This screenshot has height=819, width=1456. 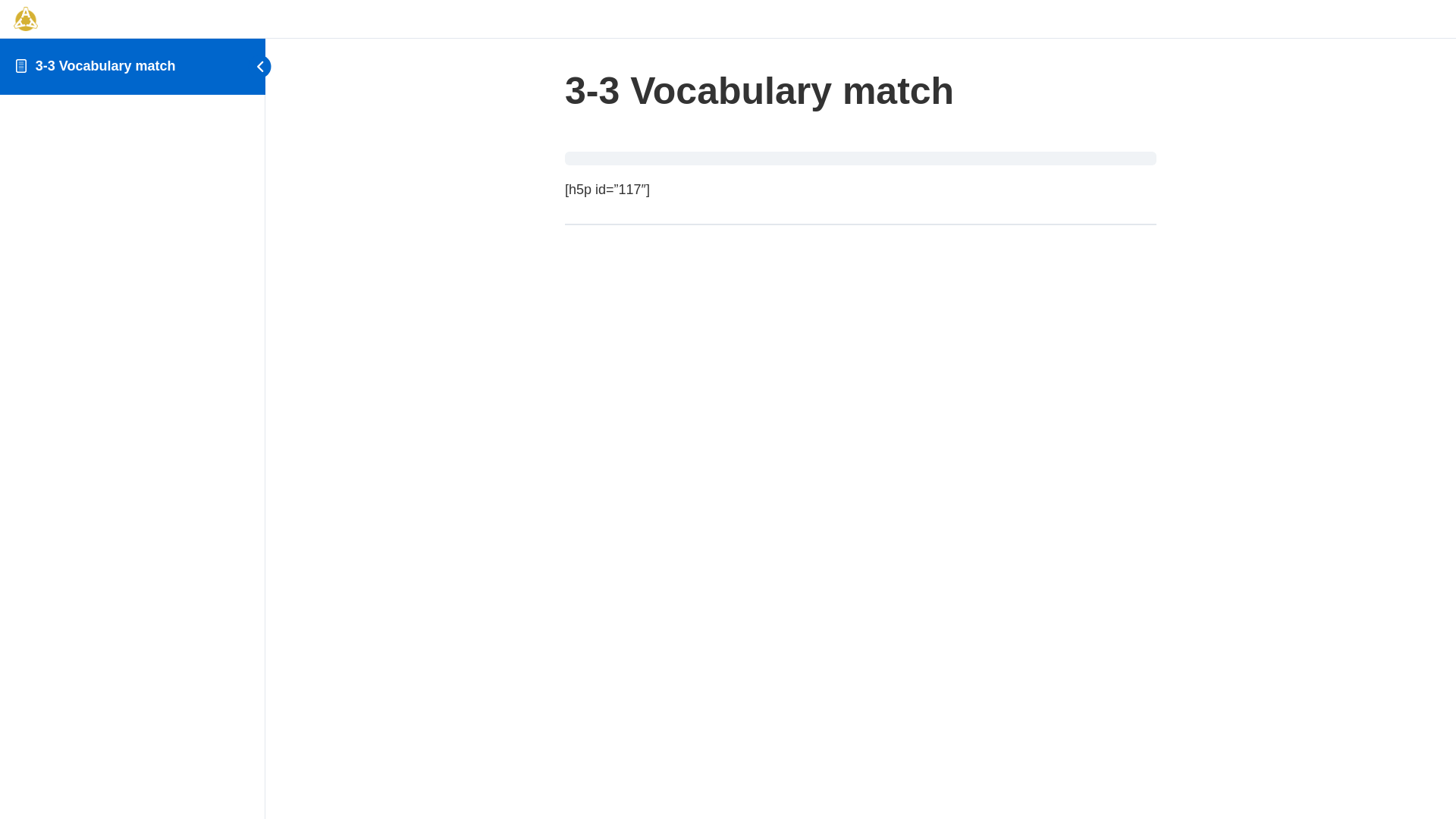 I want to click on '3-3 Vocabulary match', so click(x=105, y=65).